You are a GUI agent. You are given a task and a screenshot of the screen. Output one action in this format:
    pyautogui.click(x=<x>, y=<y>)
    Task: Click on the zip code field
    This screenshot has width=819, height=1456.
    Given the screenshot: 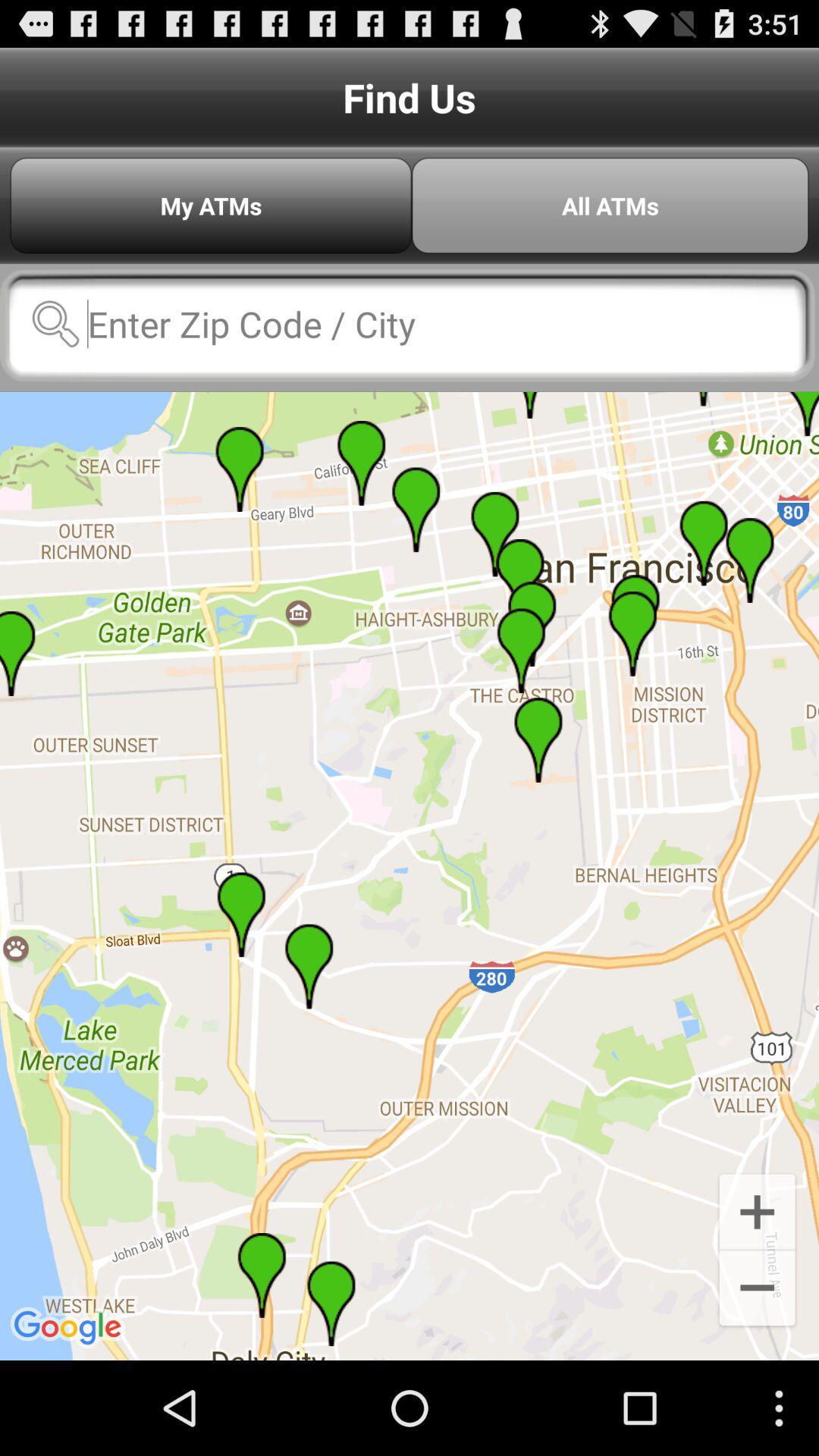 What is the action you would take?
    pyautogui.click(x=407, y=323)
    